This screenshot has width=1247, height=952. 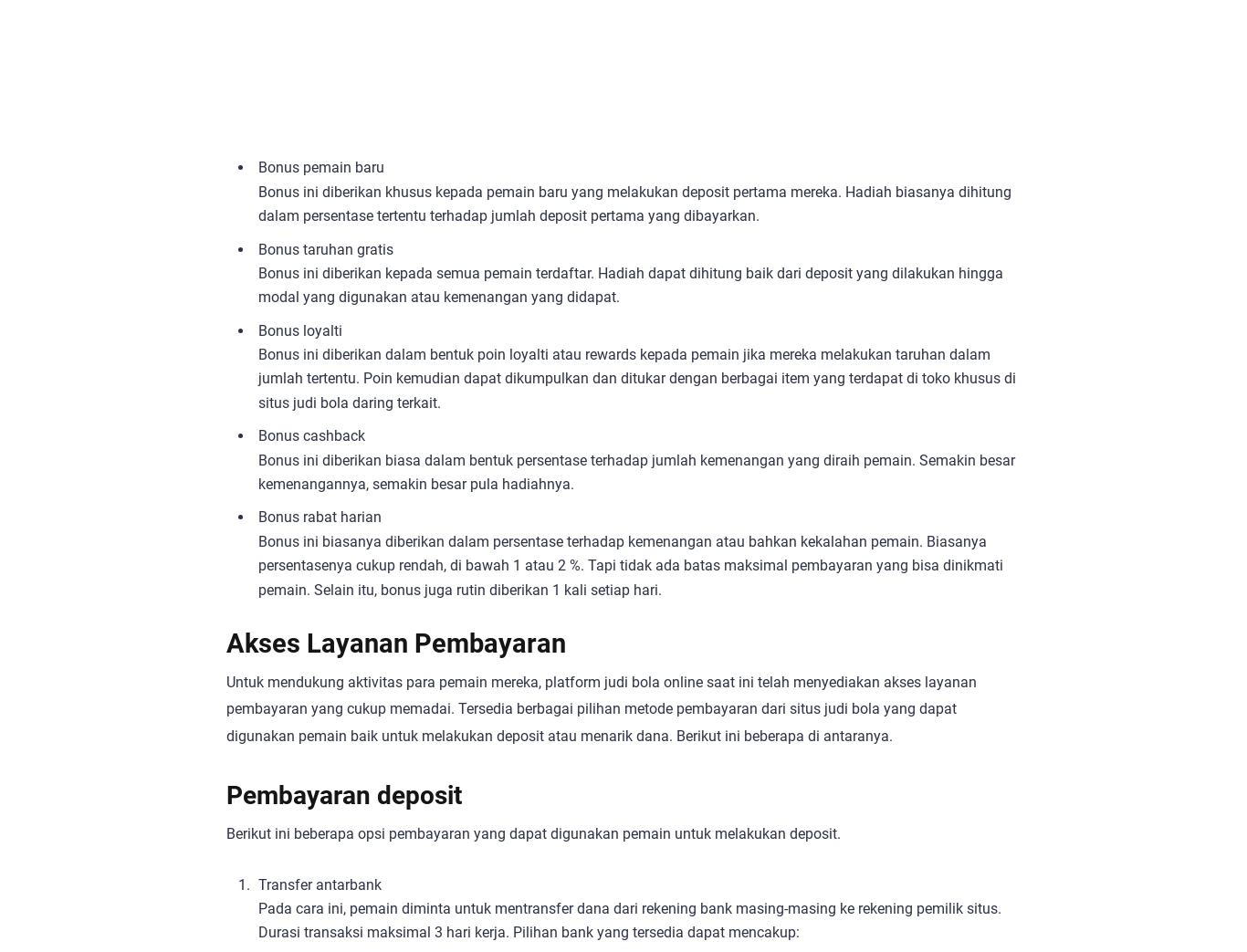 What do you see at coordinates (532, 832) in the screenshot?
I see `'Berikut ini beberapa opsi pembayaran yang dapat digunakan pemain untuk melakukan deposit.'` at bounding box center [532, 832].